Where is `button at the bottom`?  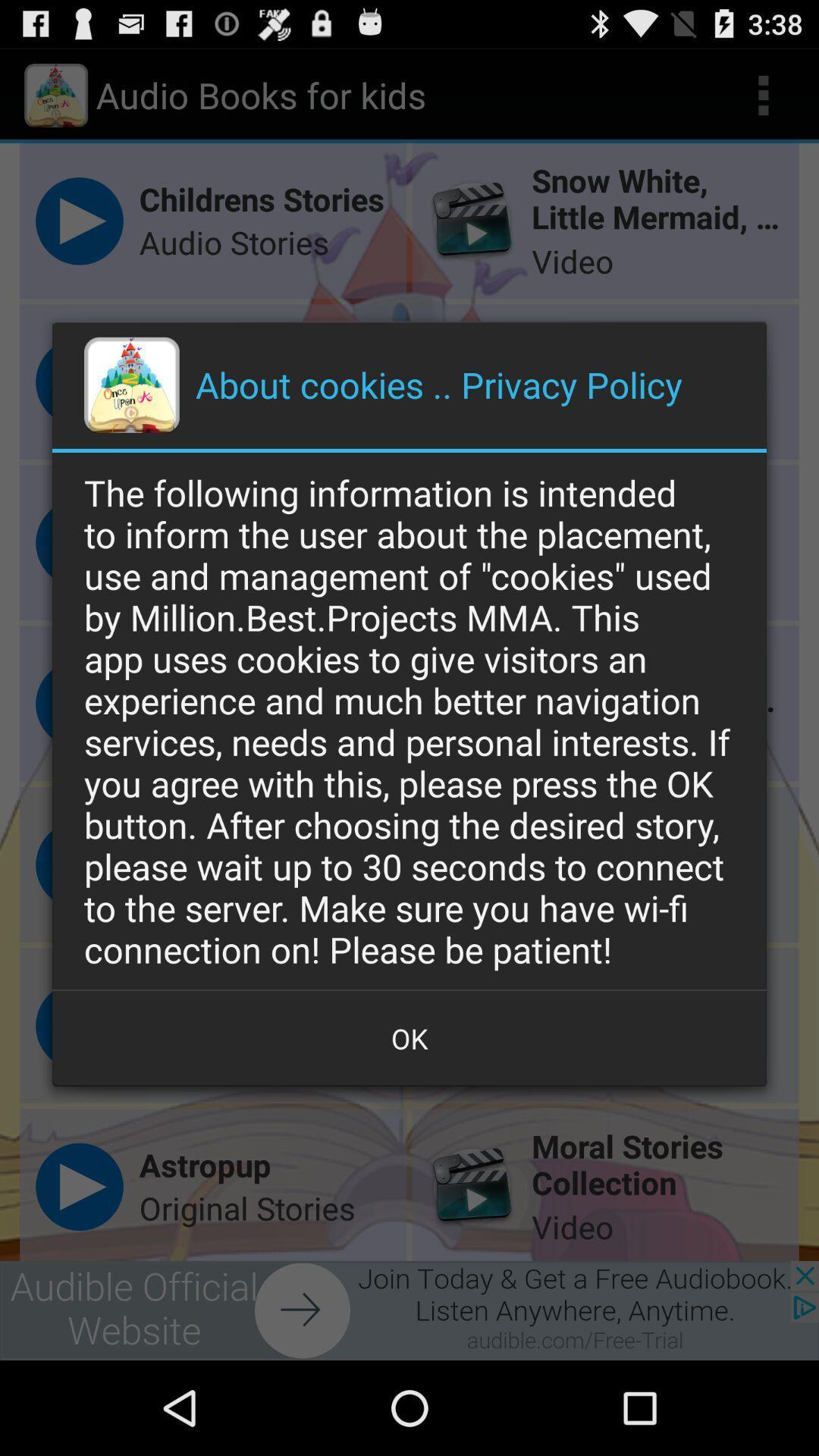
button at the bottom is located at coordinates (409, 1037).